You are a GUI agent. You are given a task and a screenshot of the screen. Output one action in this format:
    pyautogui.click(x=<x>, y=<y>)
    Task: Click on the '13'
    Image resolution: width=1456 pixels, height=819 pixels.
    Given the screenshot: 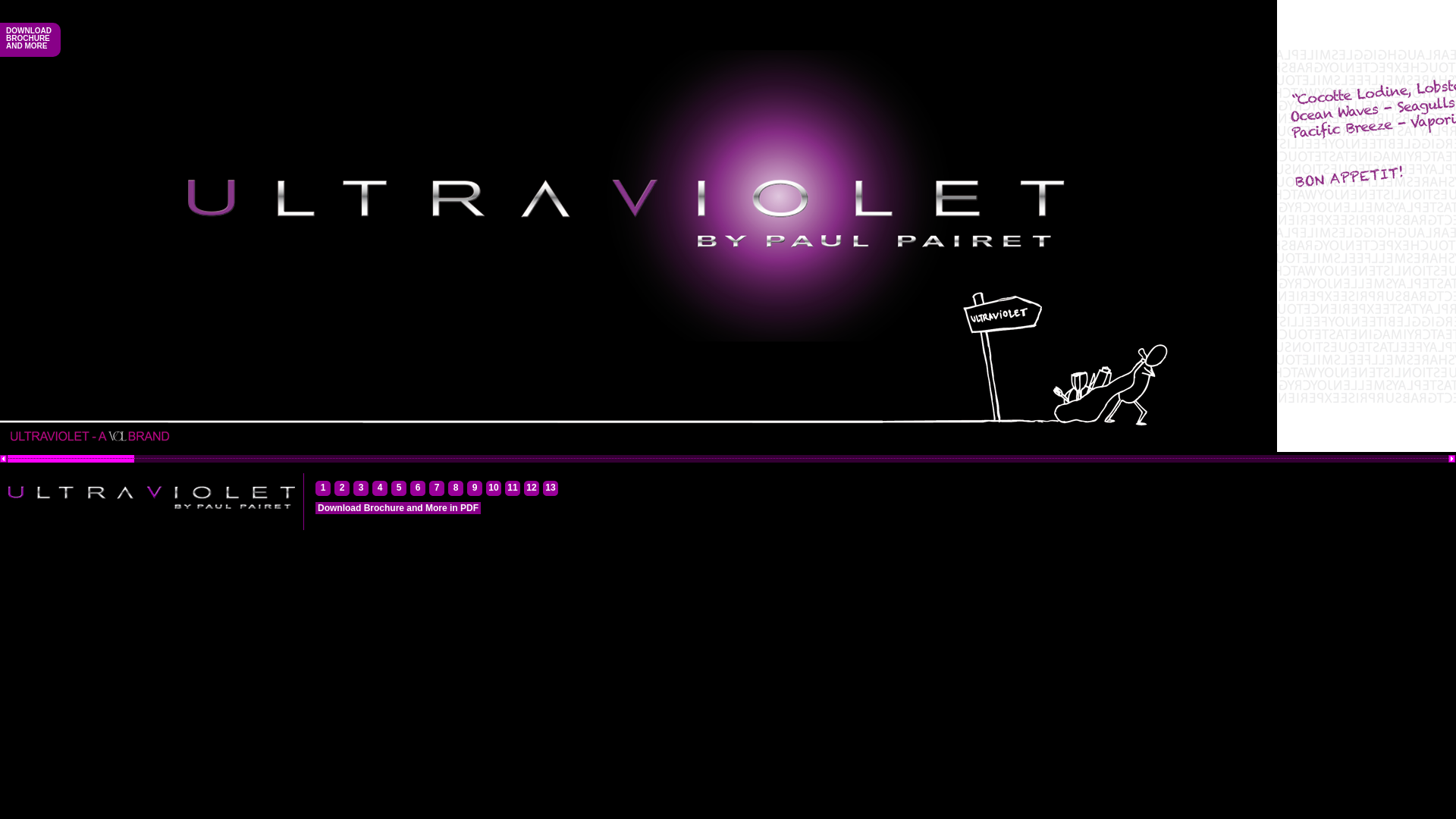 What is the action you would take?
    pyautogui.click(x=549, y=488)
    